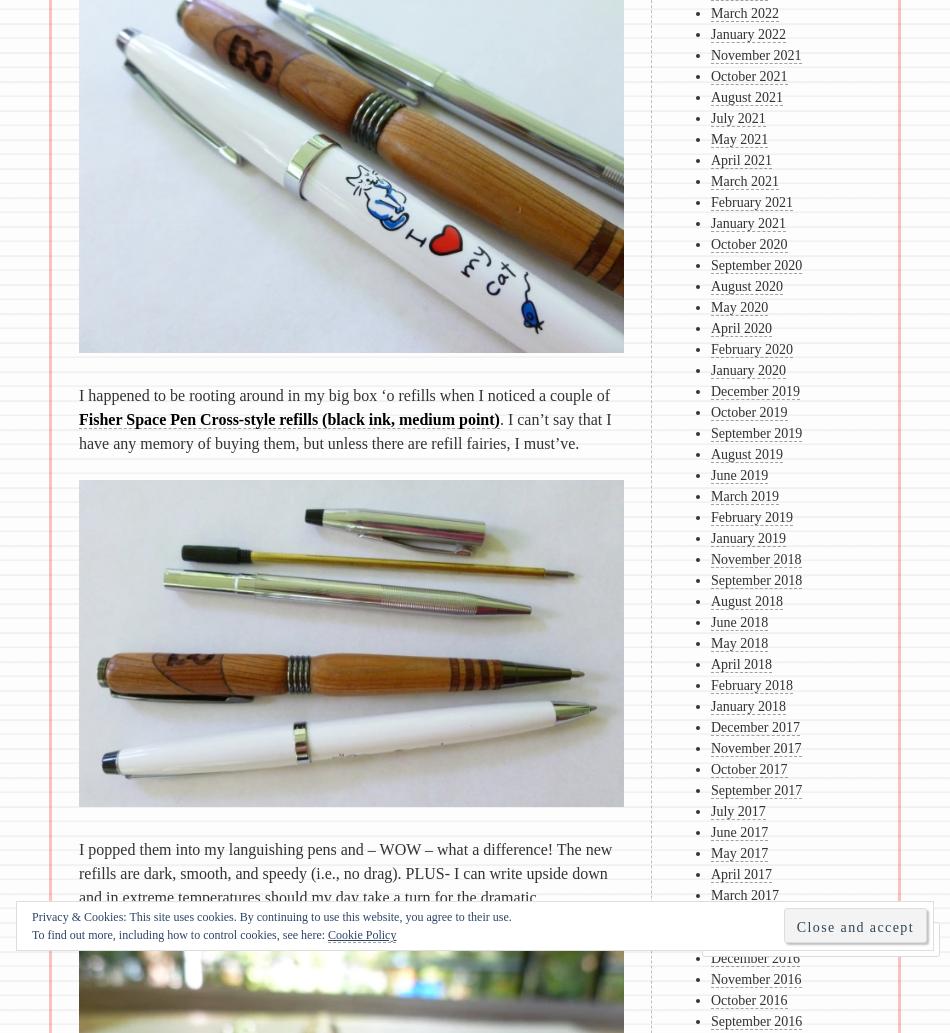 The width and height of the screenshot is (950, 1033). I want to click on 'January 2017', so click(747, 936).